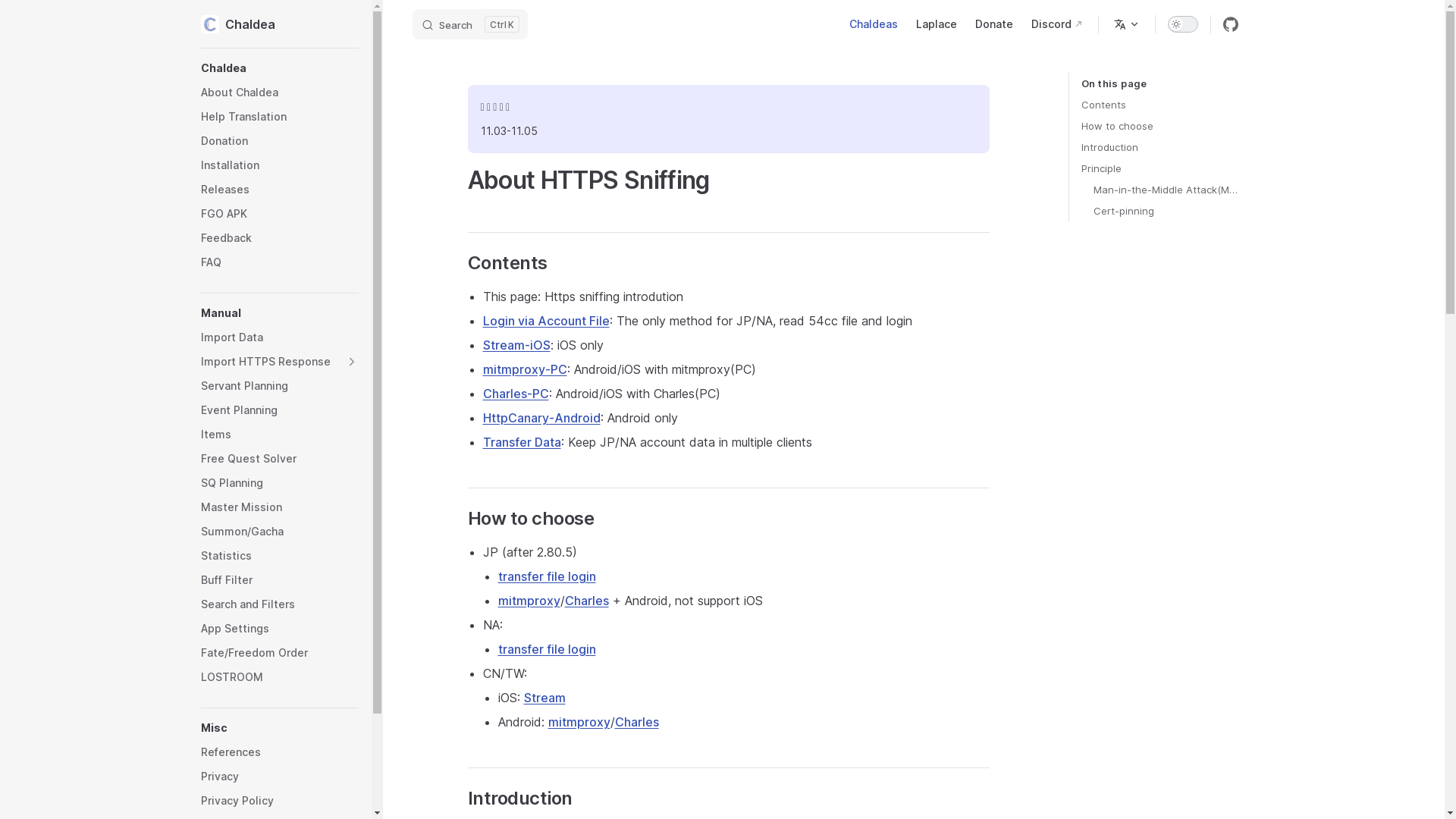 Image resolution: width=1456 pixels, height=819 pixels. What do you see at coordinates (874, 24) in the screenshot?
I see `'Chaldeas'` at bounding box center [874, 24].